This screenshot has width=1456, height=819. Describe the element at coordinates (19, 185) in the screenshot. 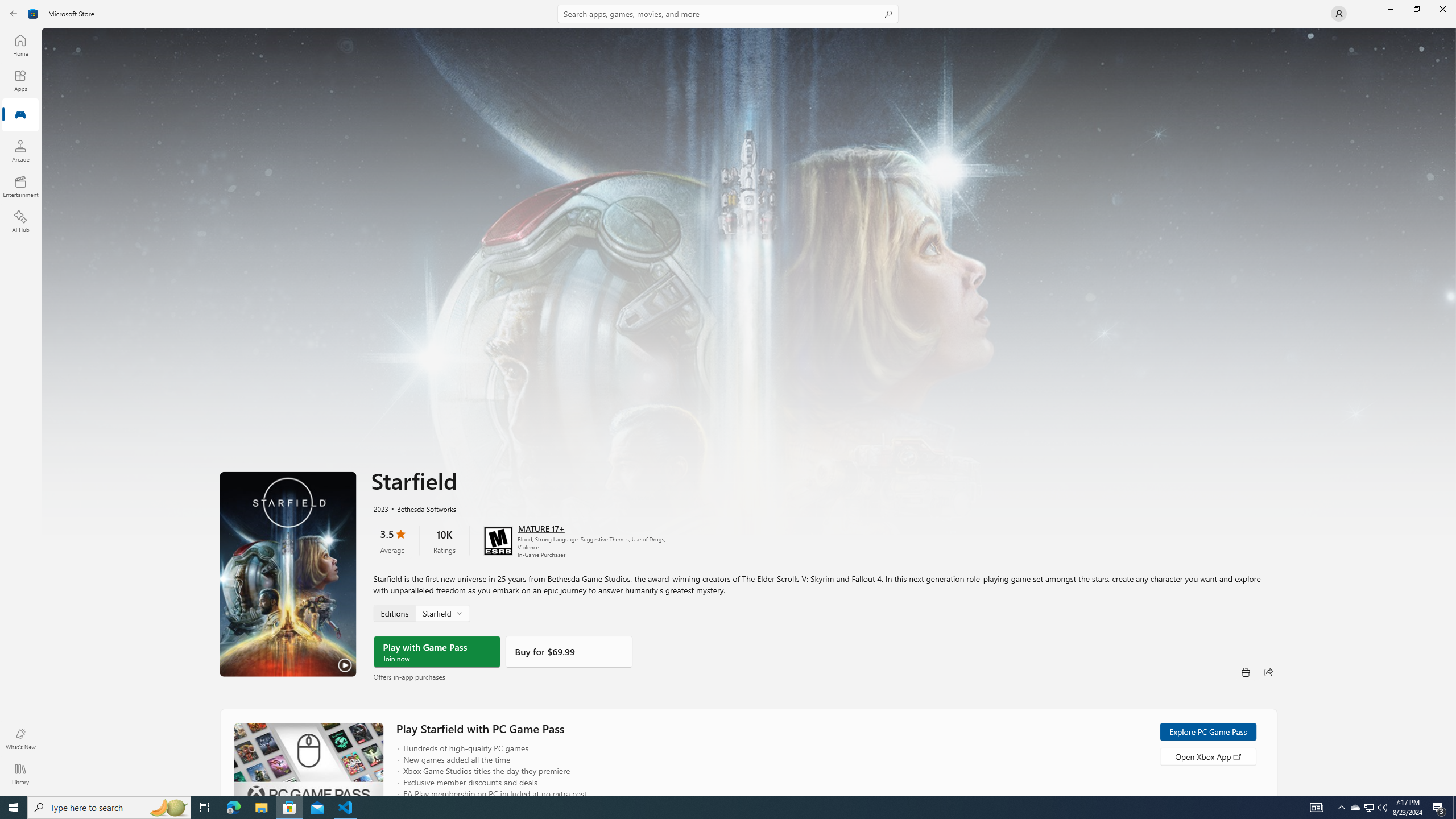

I see `'Entertainment'` at that location.